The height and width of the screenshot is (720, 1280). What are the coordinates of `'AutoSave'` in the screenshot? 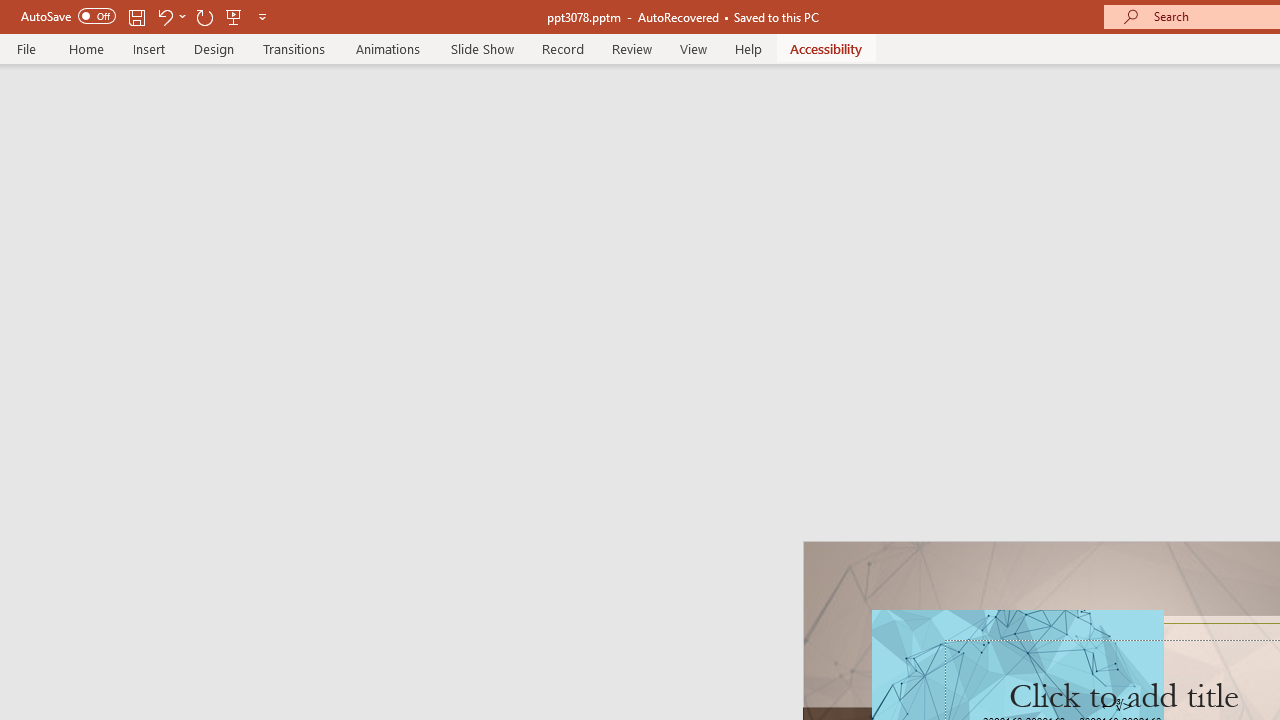 It's located at (68, 16).